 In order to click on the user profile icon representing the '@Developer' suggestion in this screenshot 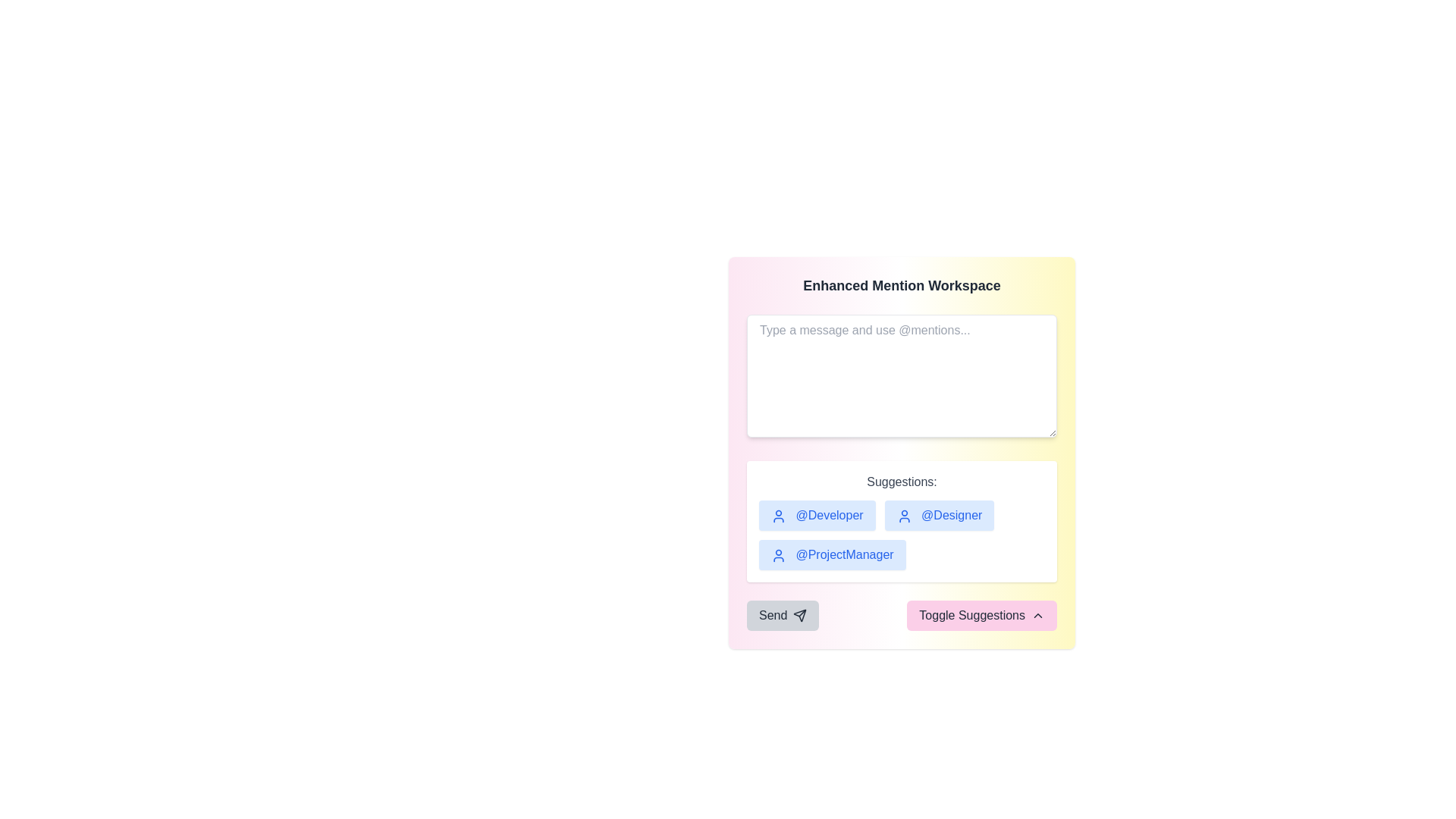, I will do `click(779, 516)`.